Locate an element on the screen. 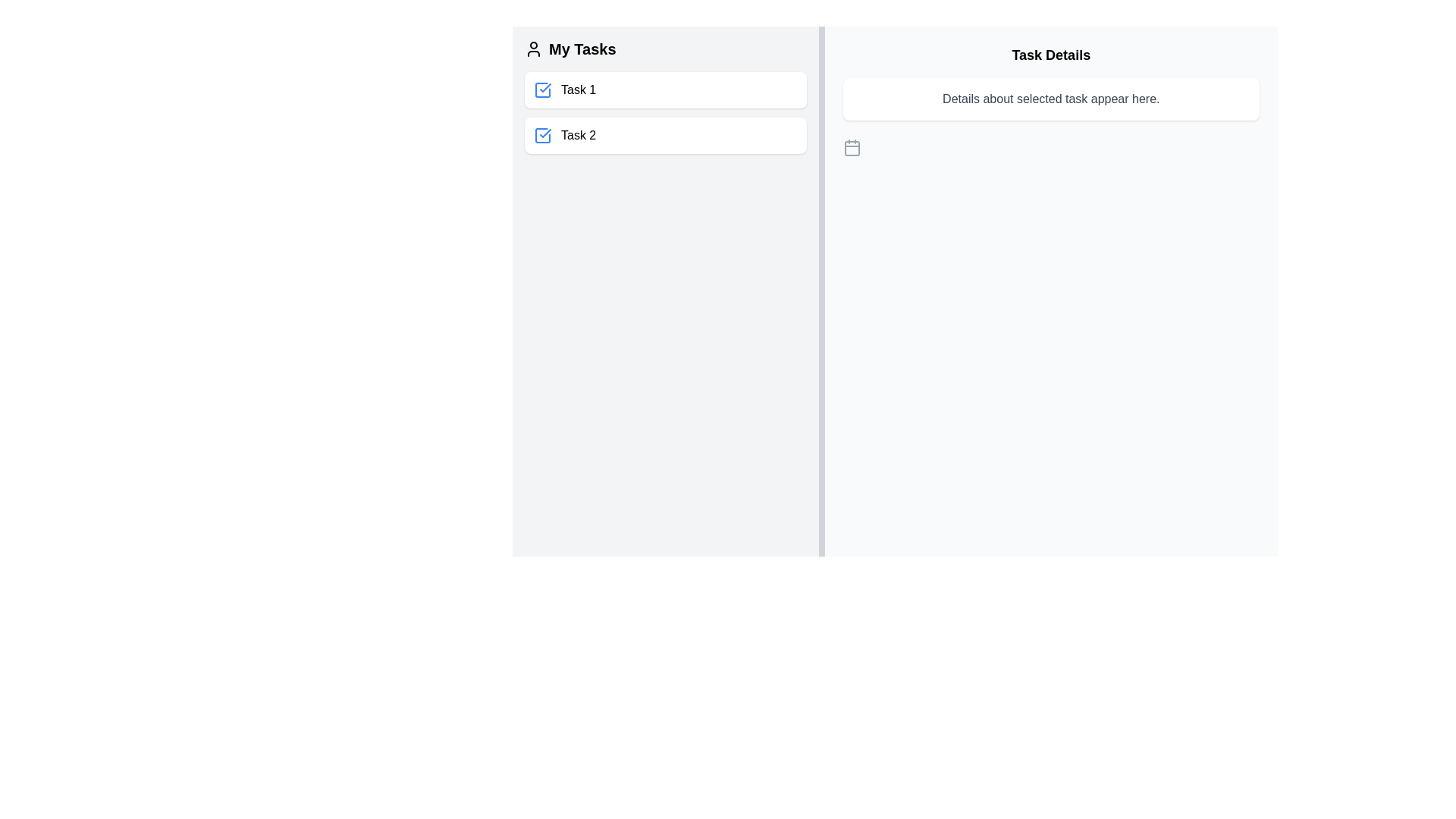 The width and height of the screenshot is (1456, 819). the static text that provides descriptive information about the task details area, located in the upper part of the 'Task Details' section on the right half of the interface is located at coordinates (1050, 99).